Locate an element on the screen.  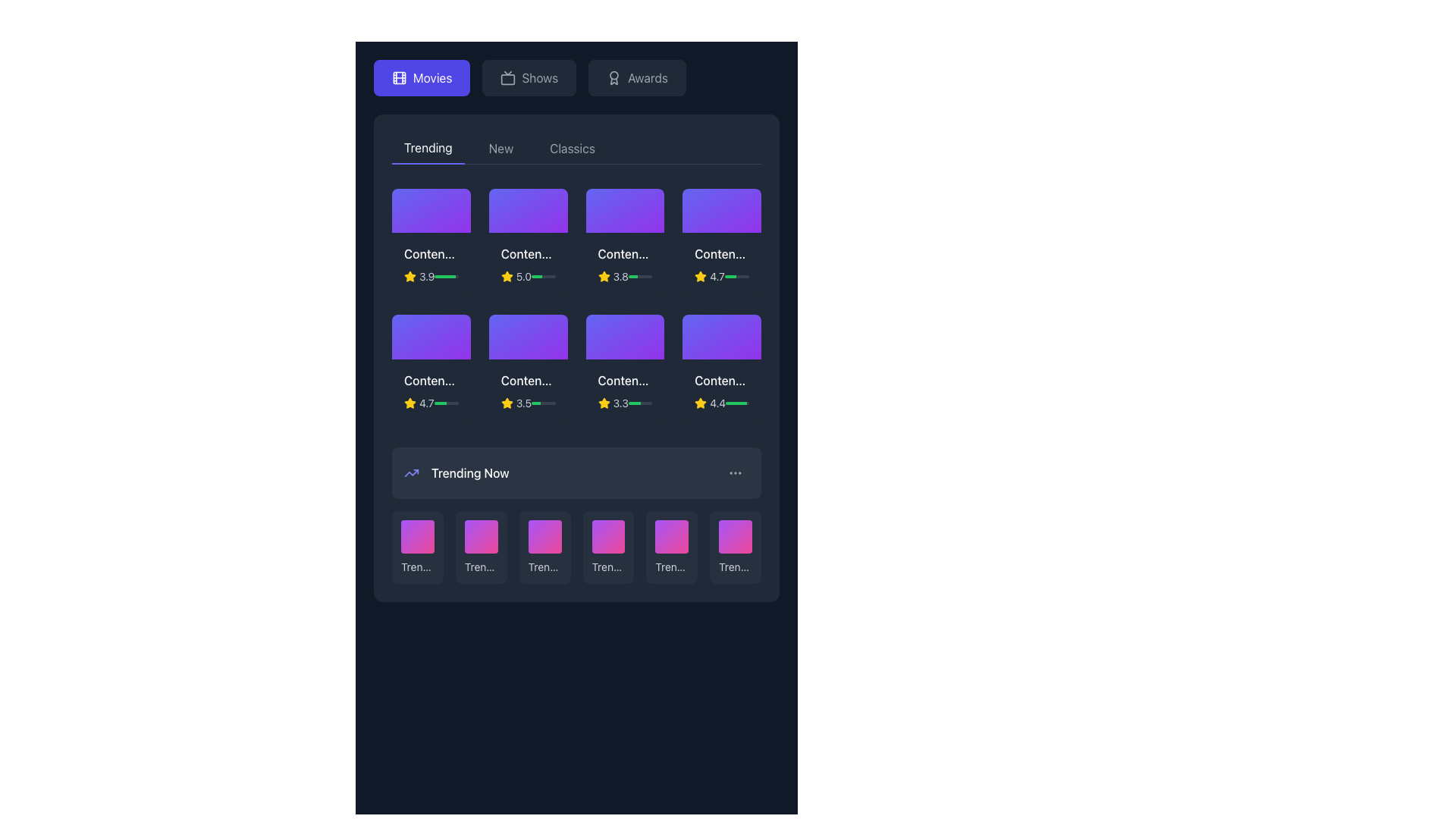
the rating indicator element showing a rating of '5.0' for the associated movie in the second card from the left in the 'Trending' section is located at coordinates (516, 277).